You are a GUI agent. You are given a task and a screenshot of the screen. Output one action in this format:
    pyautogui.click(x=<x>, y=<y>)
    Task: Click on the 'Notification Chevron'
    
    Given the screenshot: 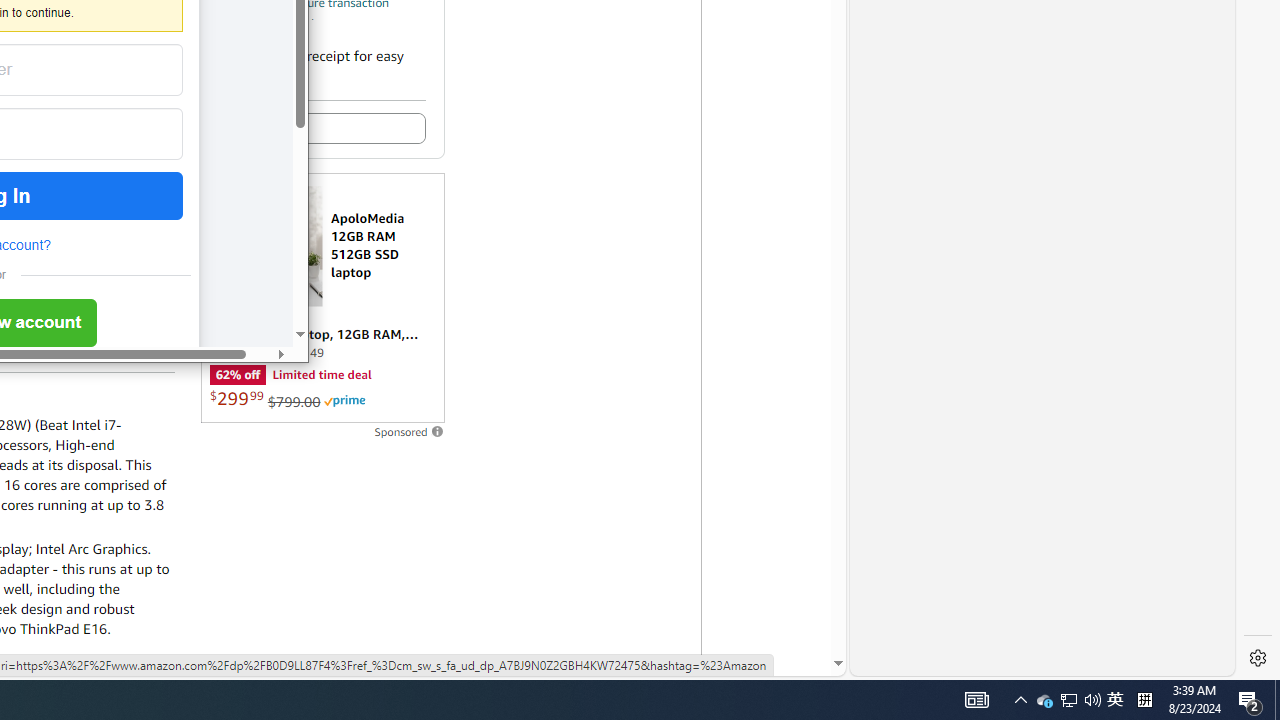 What is the action you would take?
    pyautogui.click(x=1020, y=698)
    